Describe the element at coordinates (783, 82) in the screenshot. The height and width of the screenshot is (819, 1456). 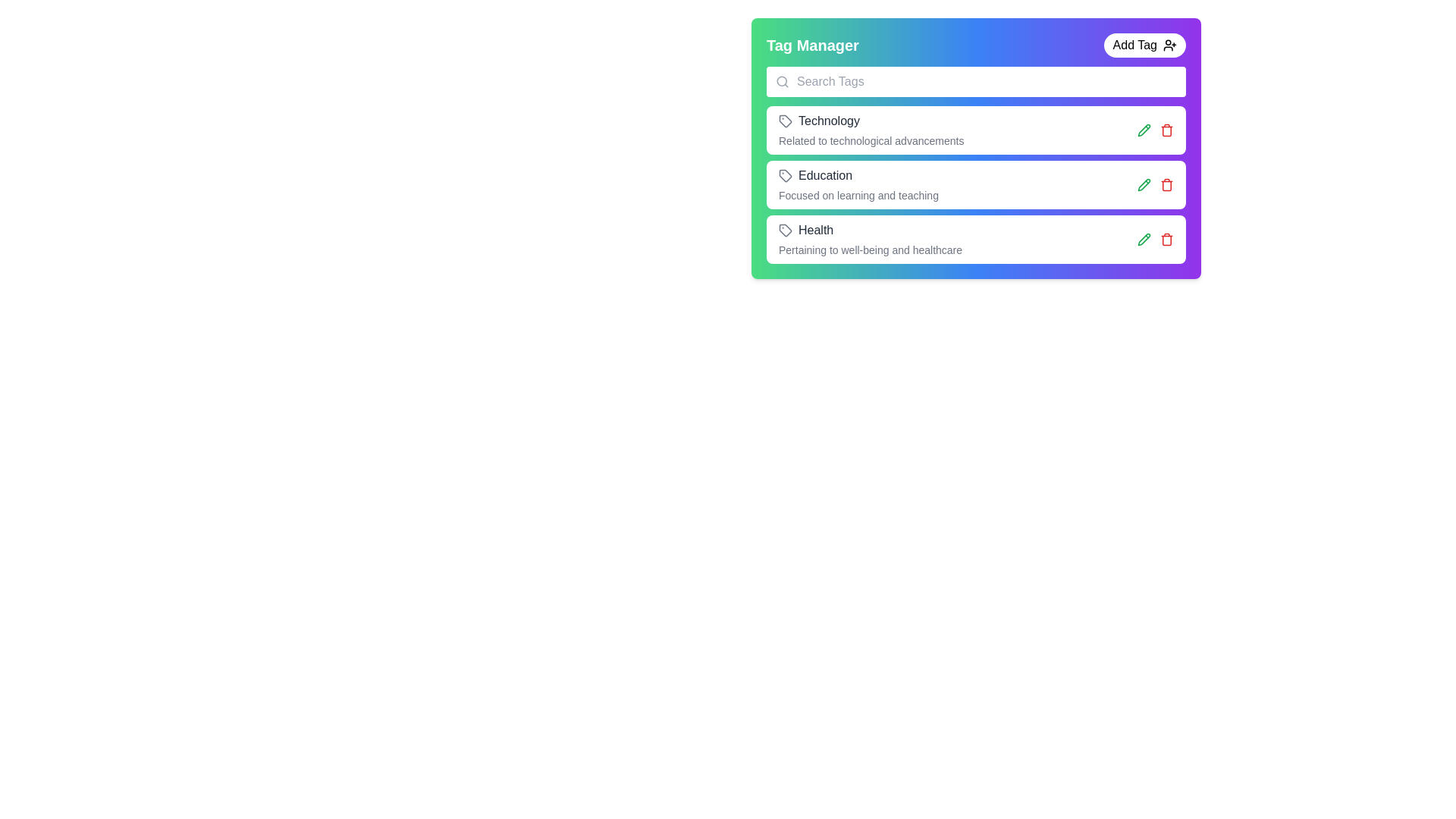
I see `the search magnifier SVG icon located adjacent to the left side of the 'Search Tags' input field` at that location.